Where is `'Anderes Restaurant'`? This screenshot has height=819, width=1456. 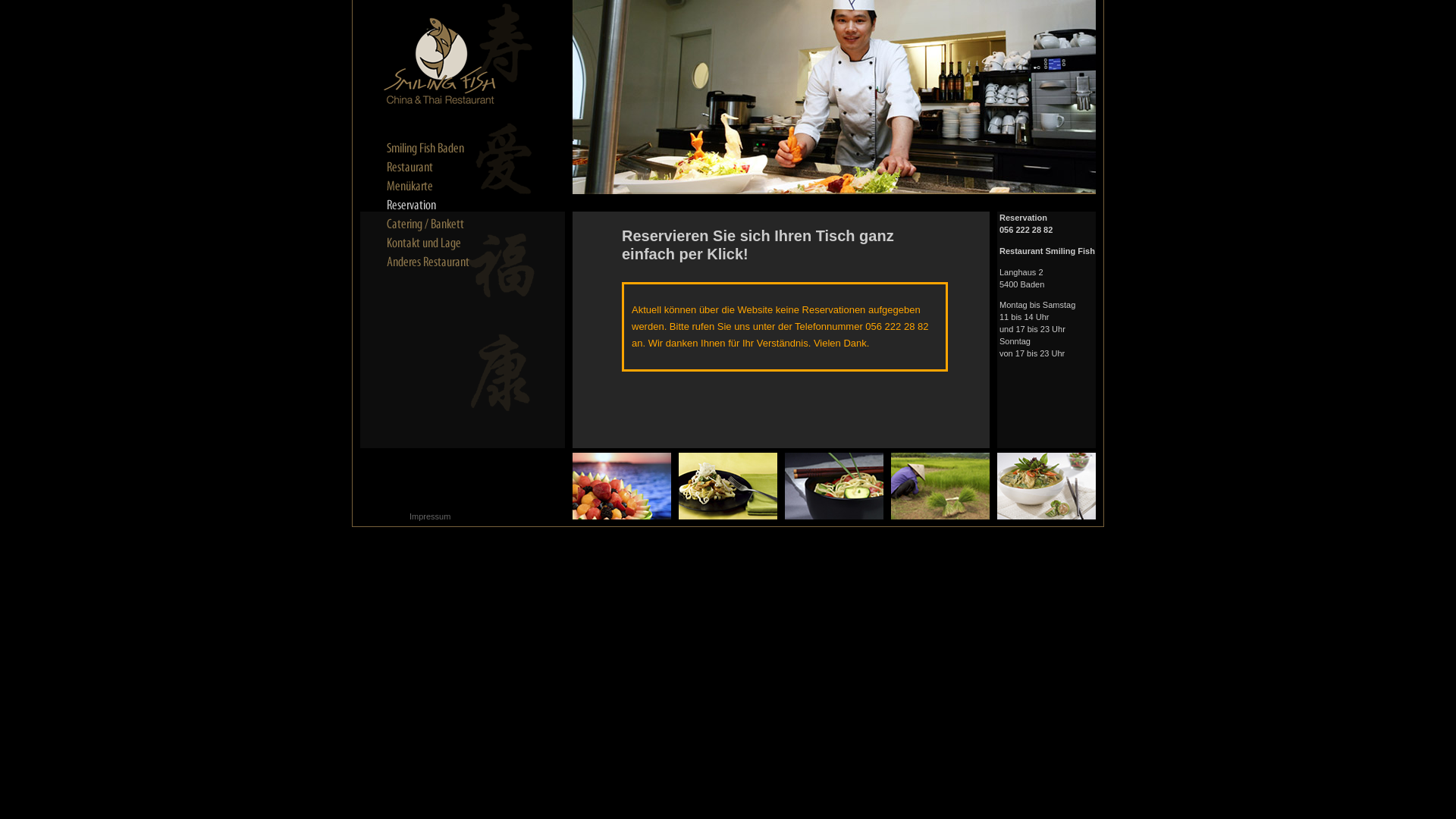
'Anderes Restaurant' is located at coordinates (439, 262).